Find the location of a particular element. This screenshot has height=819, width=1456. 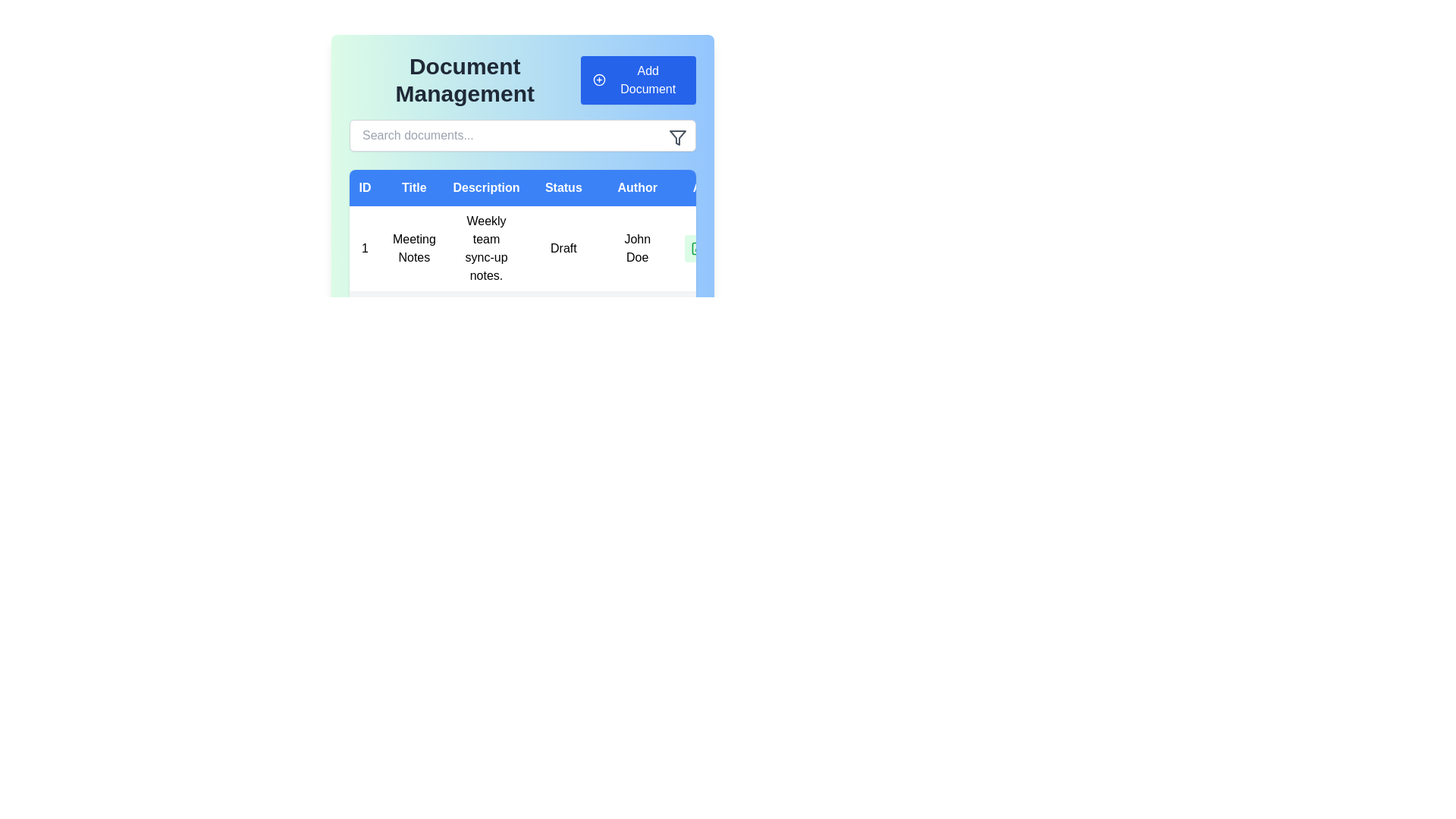

the static text element in the first row of the table under the 'Status' column, which indicates the document is in a draft state is located at coordinates (552, 247).